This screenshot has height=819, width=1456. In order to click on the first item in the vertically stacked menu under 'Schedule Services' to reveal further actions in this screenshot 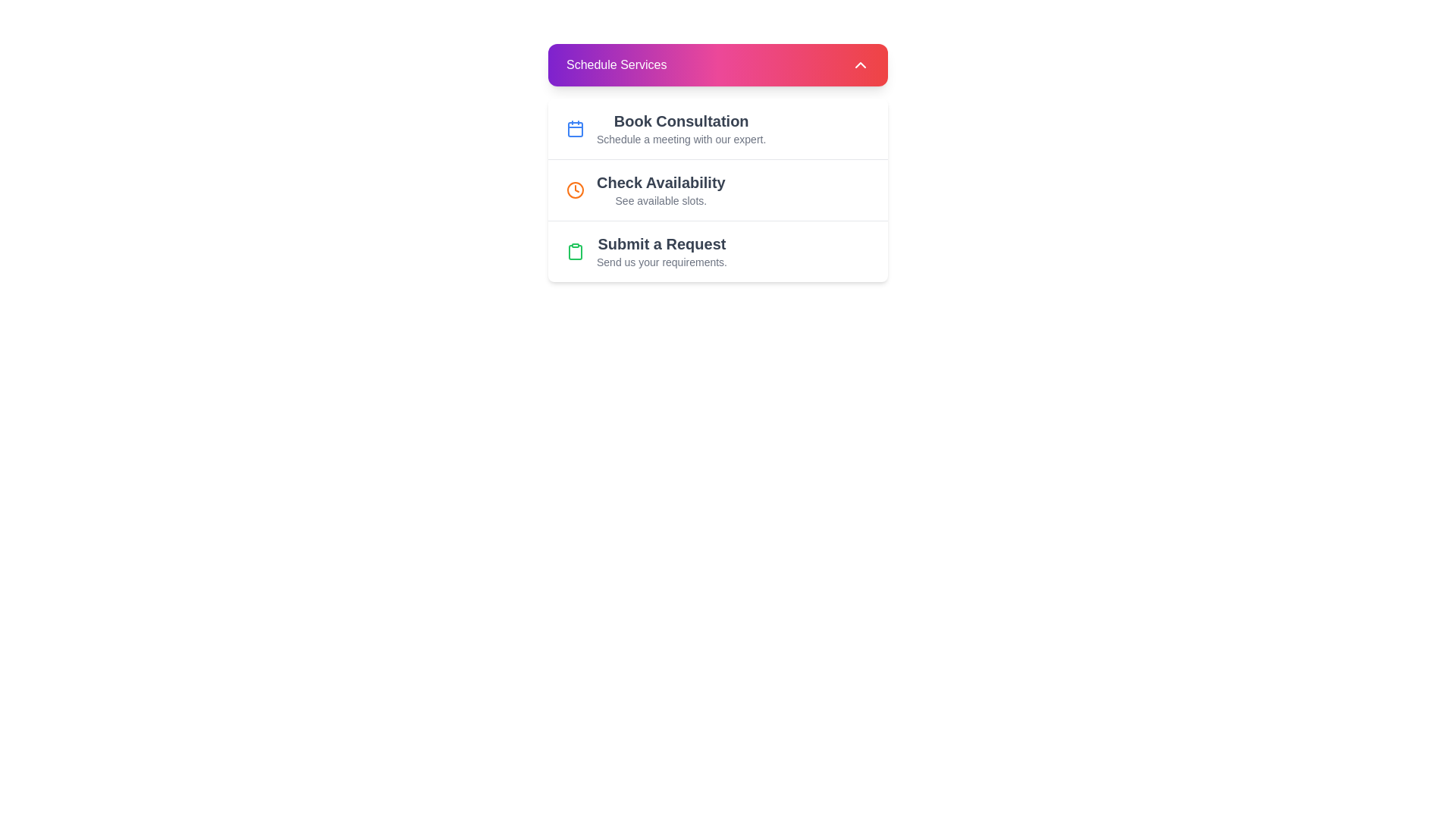, I will do `click(717, 127)`.